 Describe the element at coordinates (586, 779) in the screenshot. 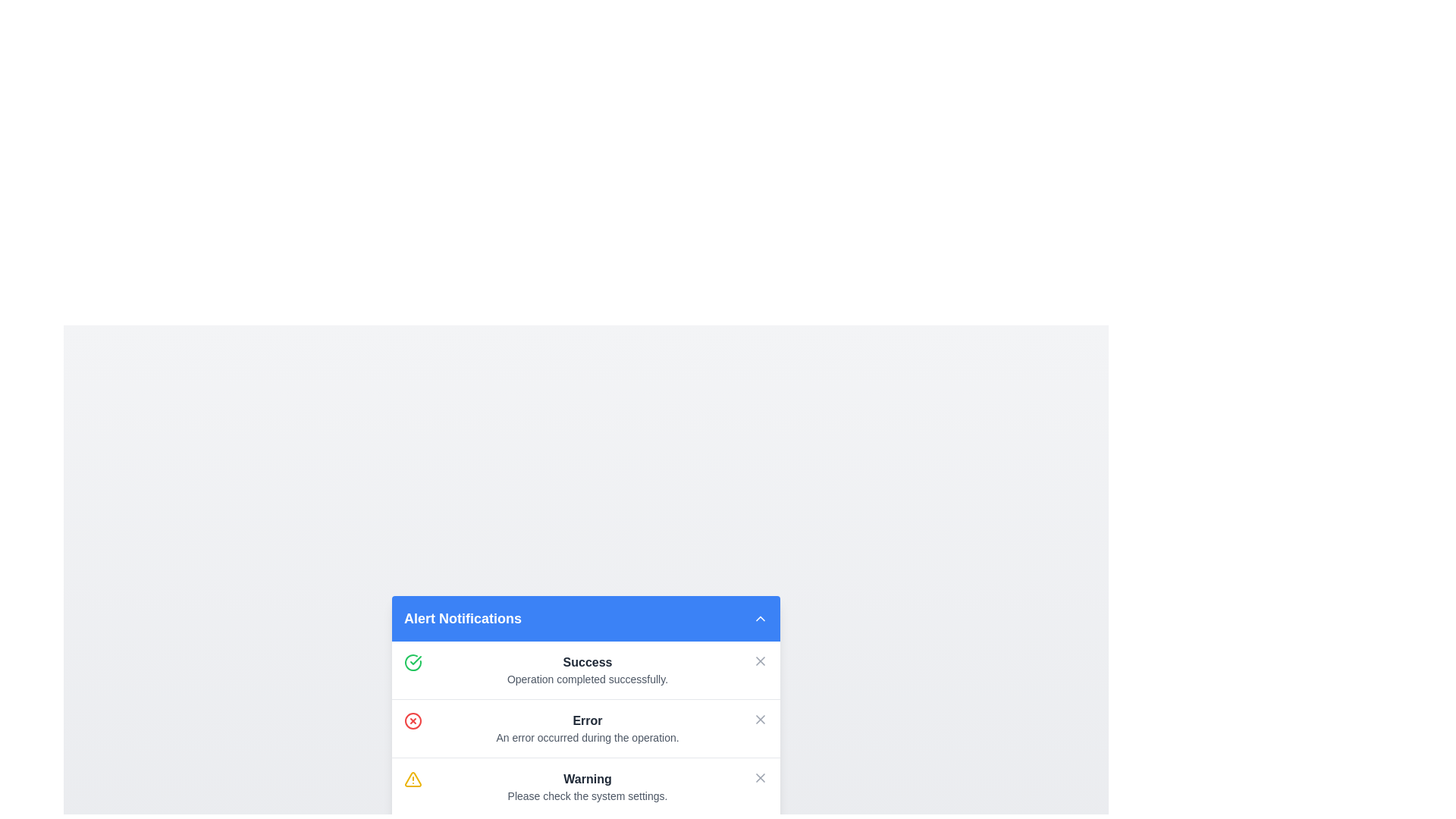

I see `bold text element displaying 'Warning' in dark gray color within the notification panel, which is part of a warning notification` at that location.